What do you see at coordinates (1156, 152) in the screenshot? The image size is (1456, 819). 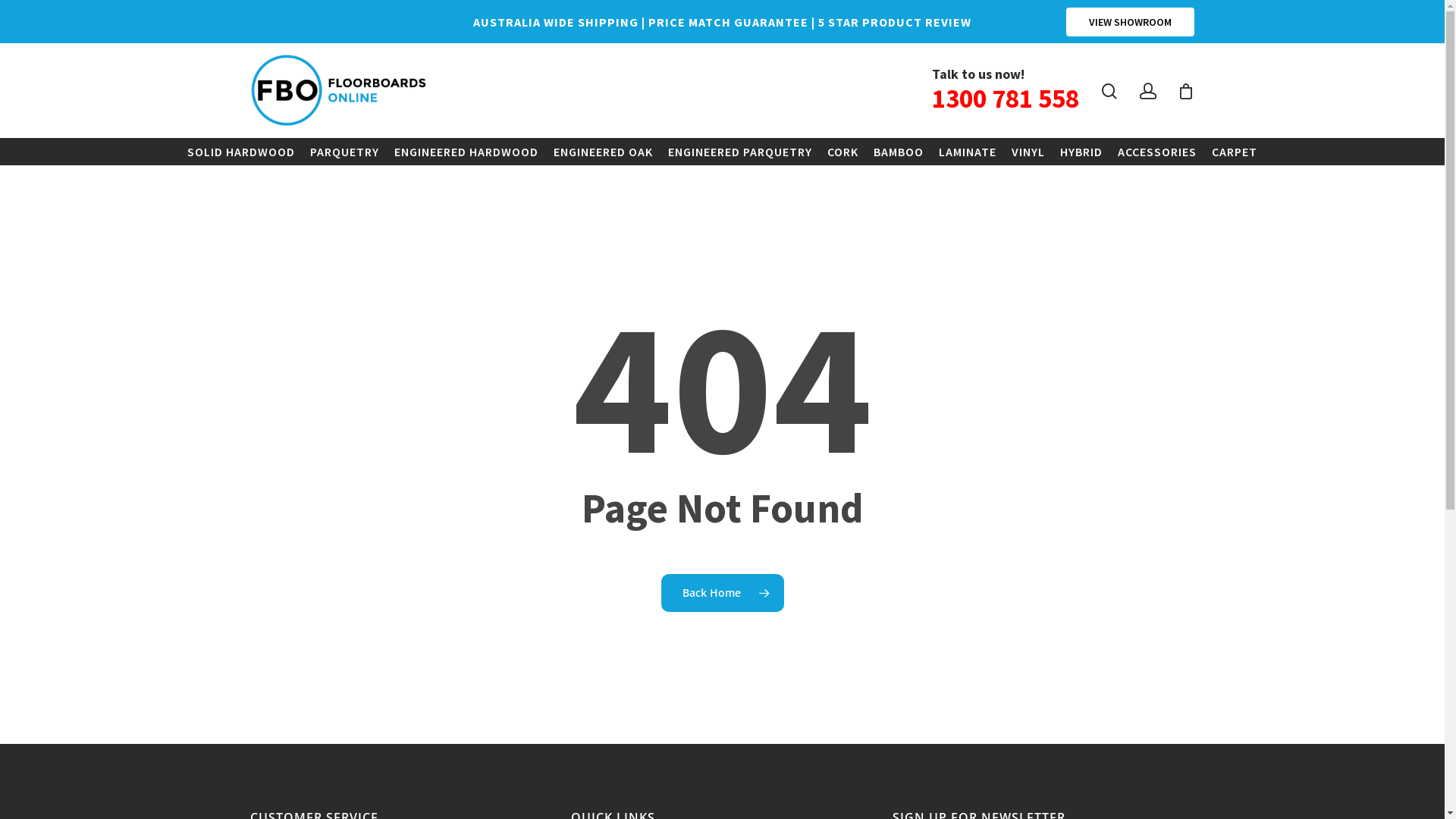 I see `'ACCESSORIES'` at bounding box center [1156, 152].